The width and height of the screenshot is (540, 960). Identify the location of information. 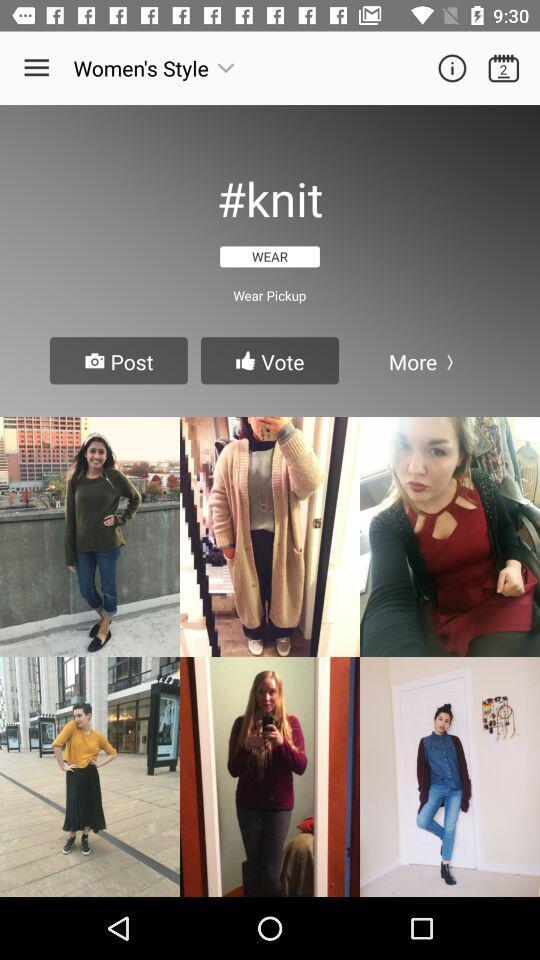
(452, 68).